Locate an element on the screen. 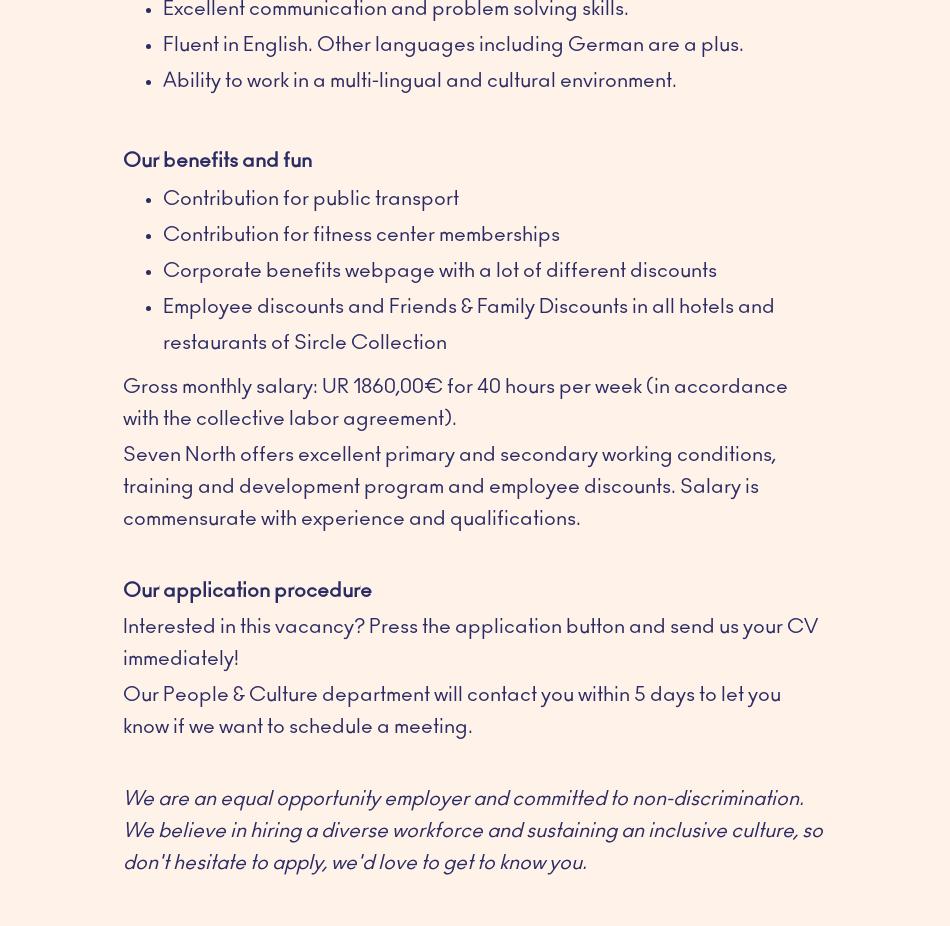 The height and width of the screenshot is (926, 950). 'Corporate benefits webpage with a lot of different discounts' is located at coordinates (439, 270).